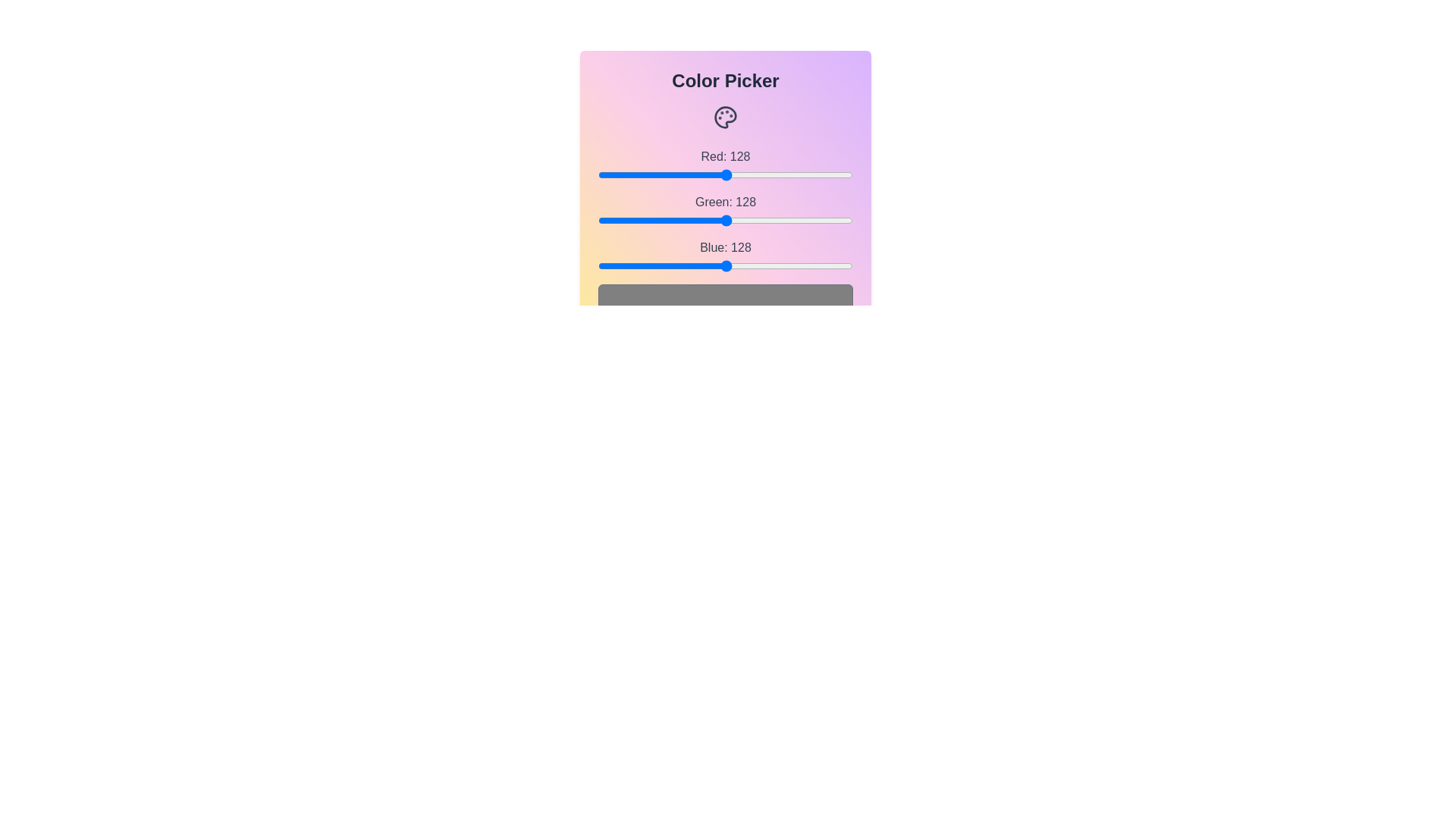 The image size is (1456, 819). I want to click on the Palette icon to interact with the ColorPicker component, so click(724, 116).